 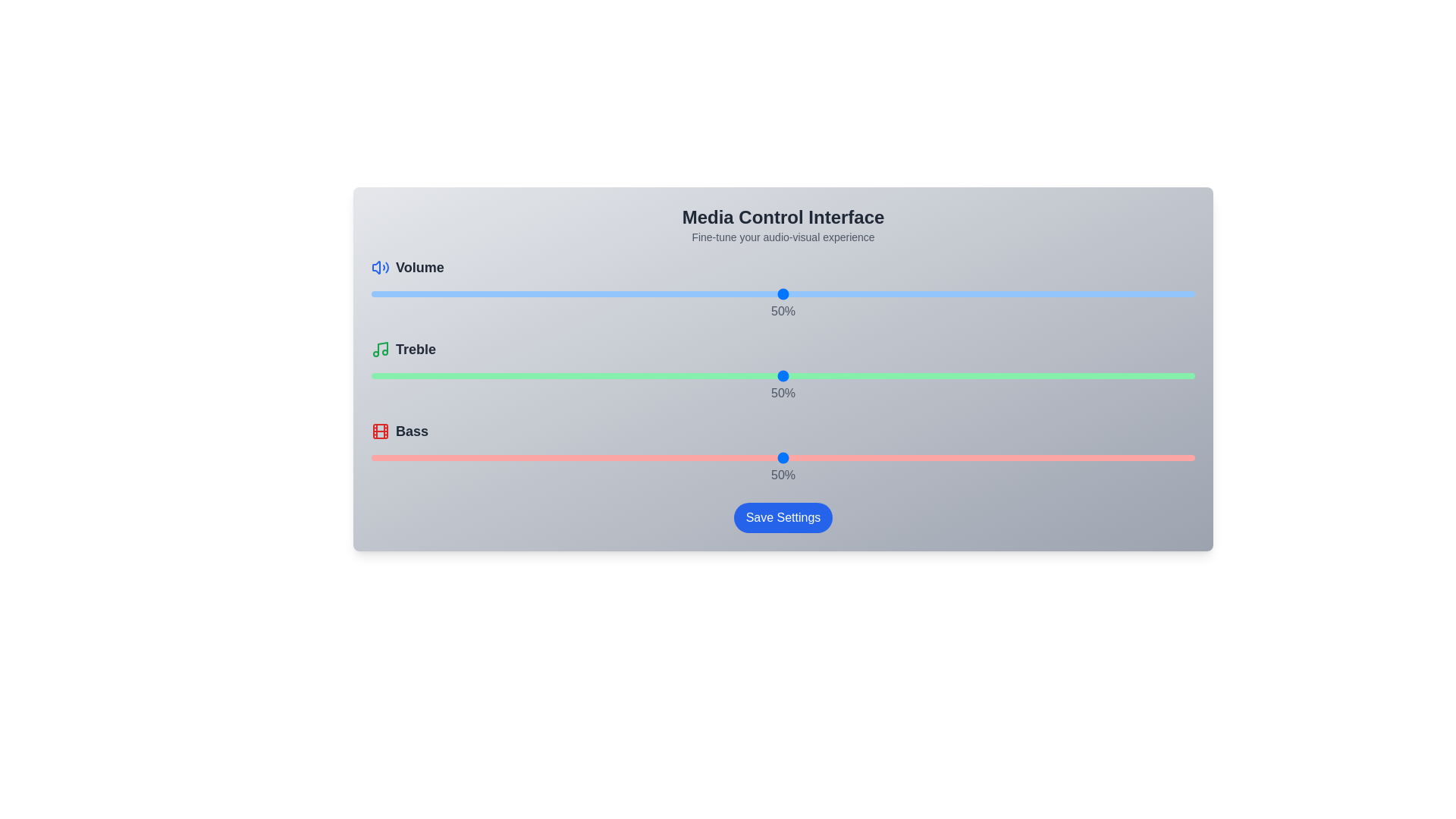 I want to click on the 'Bass' label, which is a bold, larger font textual label in dark gray color, positioned to the right of the red film icon in the 'Bass' row of controls, so click(x=412, y=431).